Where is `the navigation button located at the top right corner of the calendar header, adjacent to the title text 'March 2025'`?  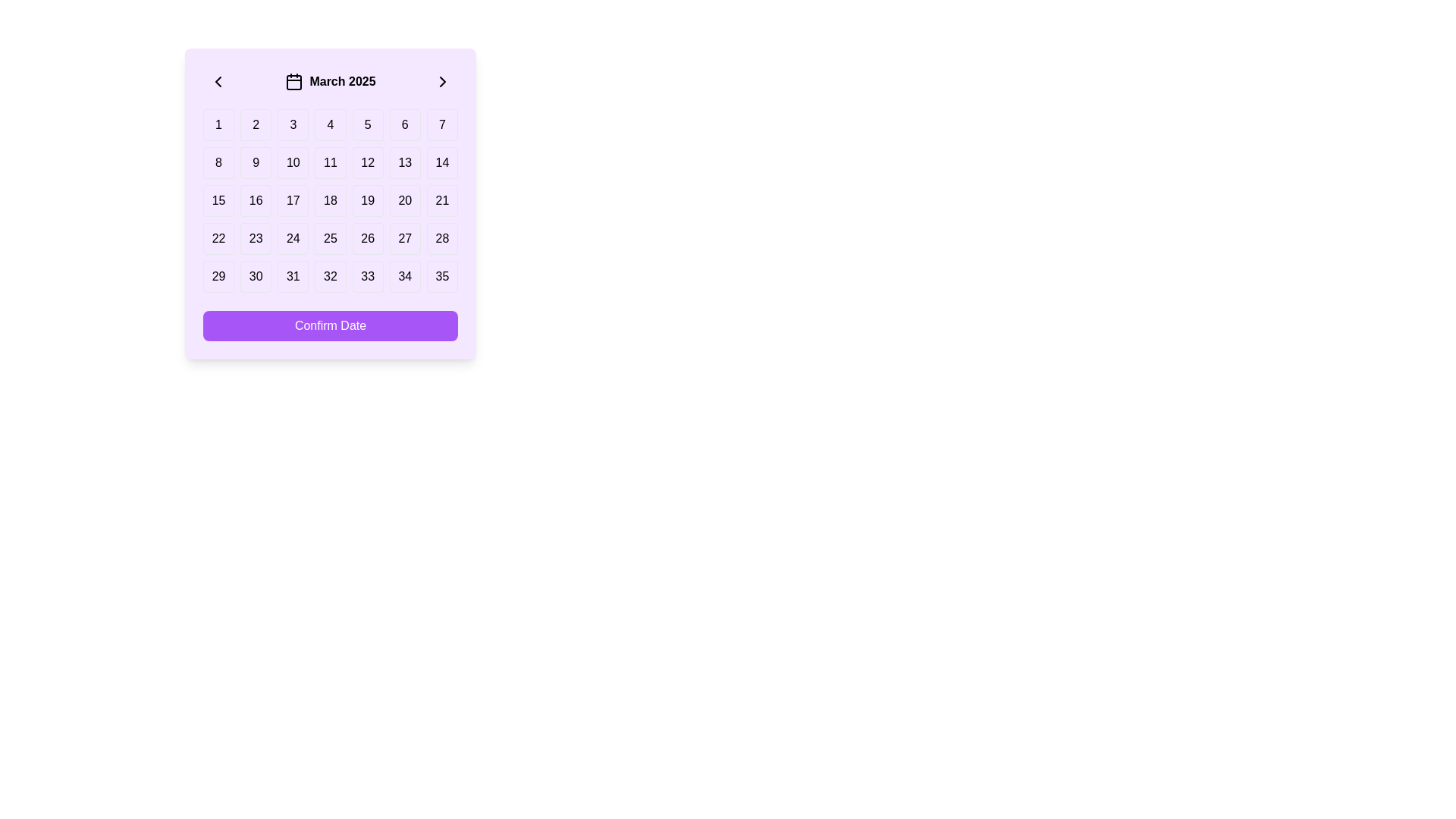
the navigation button located at the top right corner of the calendar header, adjacent to the title text 'March 2025' is located at coordinates (442, 82).